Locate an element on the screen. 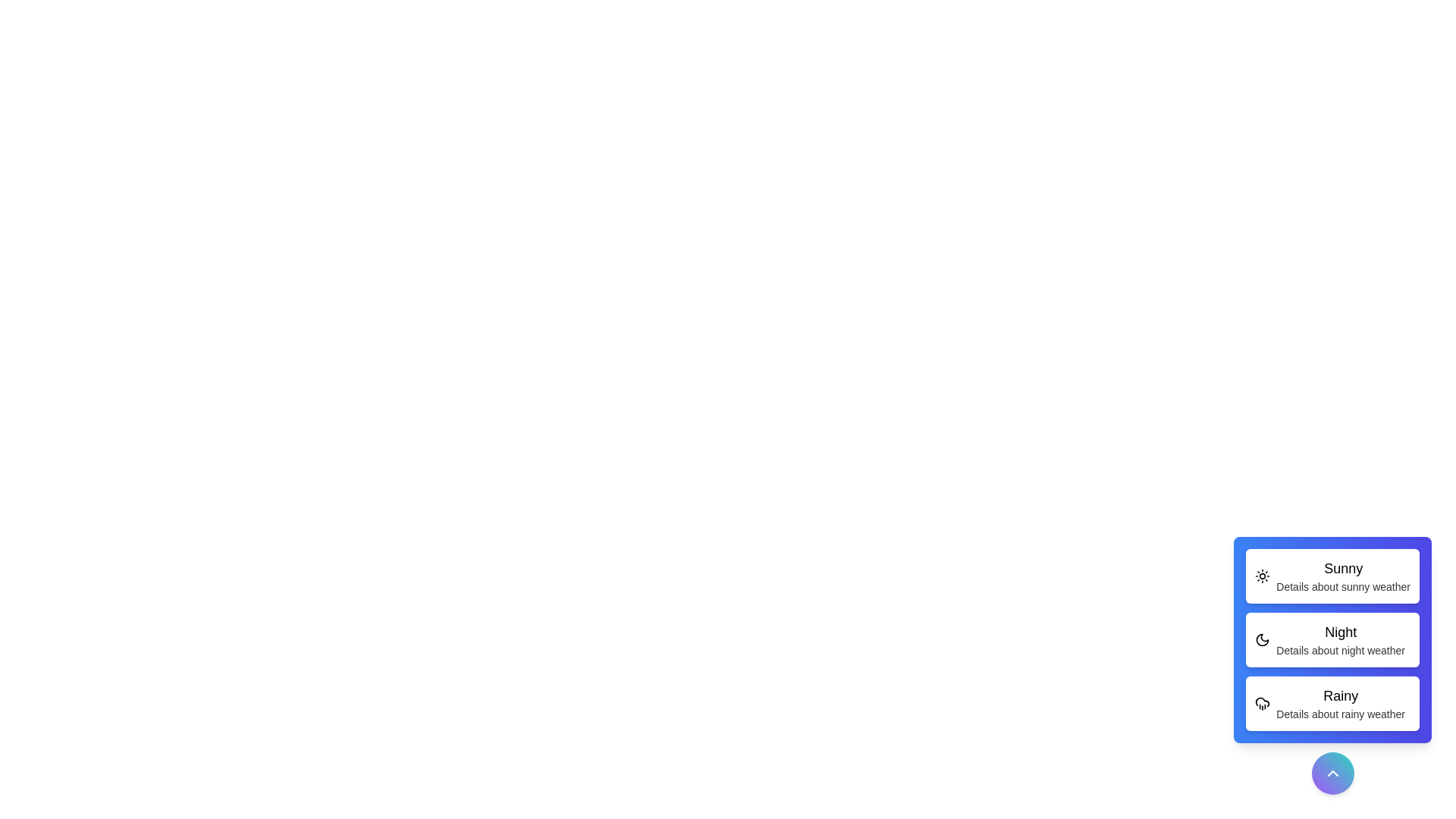  the weather option Night is located at coordinates (1332, 640).